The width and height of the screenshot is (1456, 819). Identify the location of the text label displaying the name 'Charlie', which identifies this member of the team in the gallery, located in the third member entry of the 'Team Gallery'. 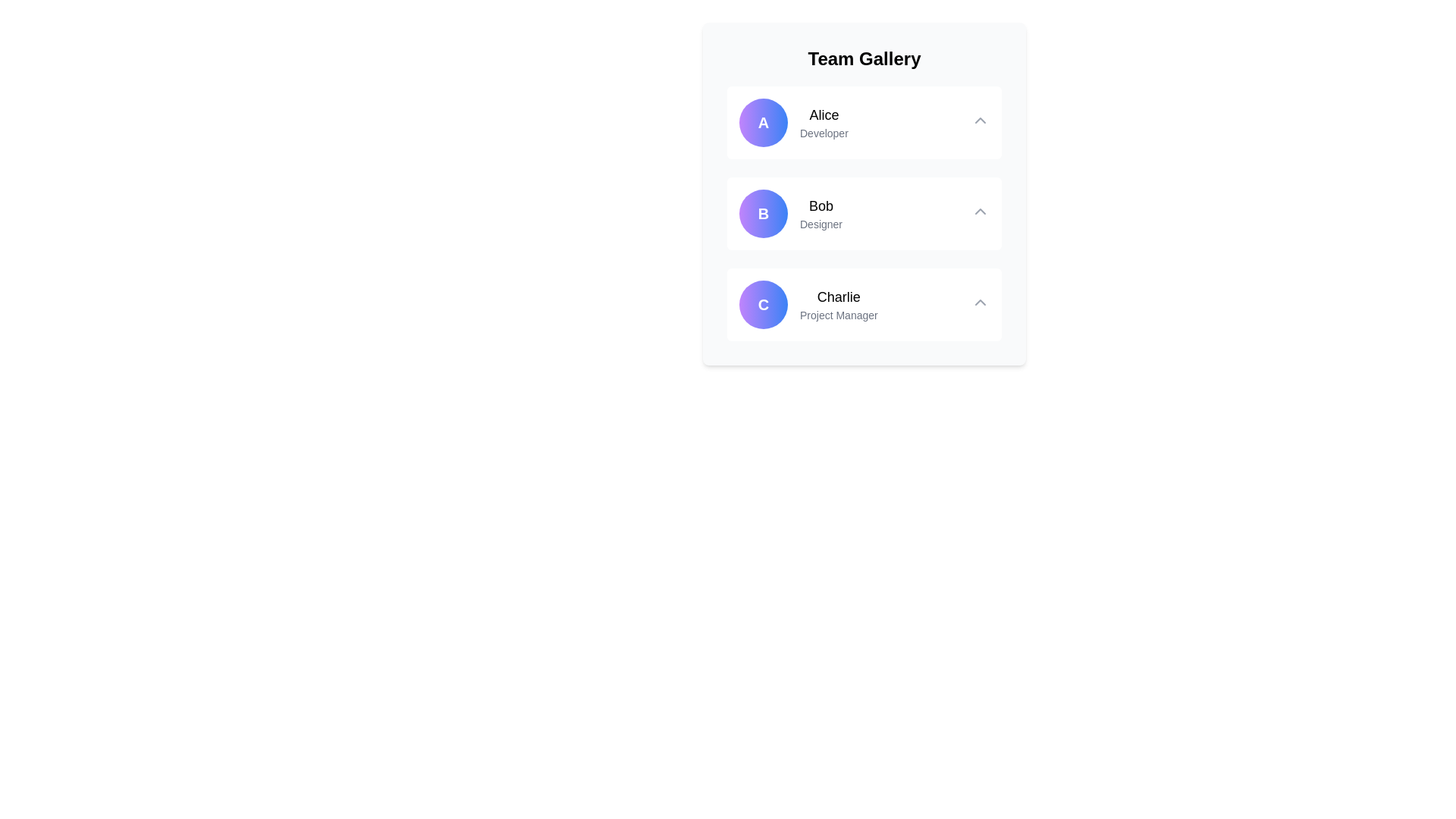
(838, 297).